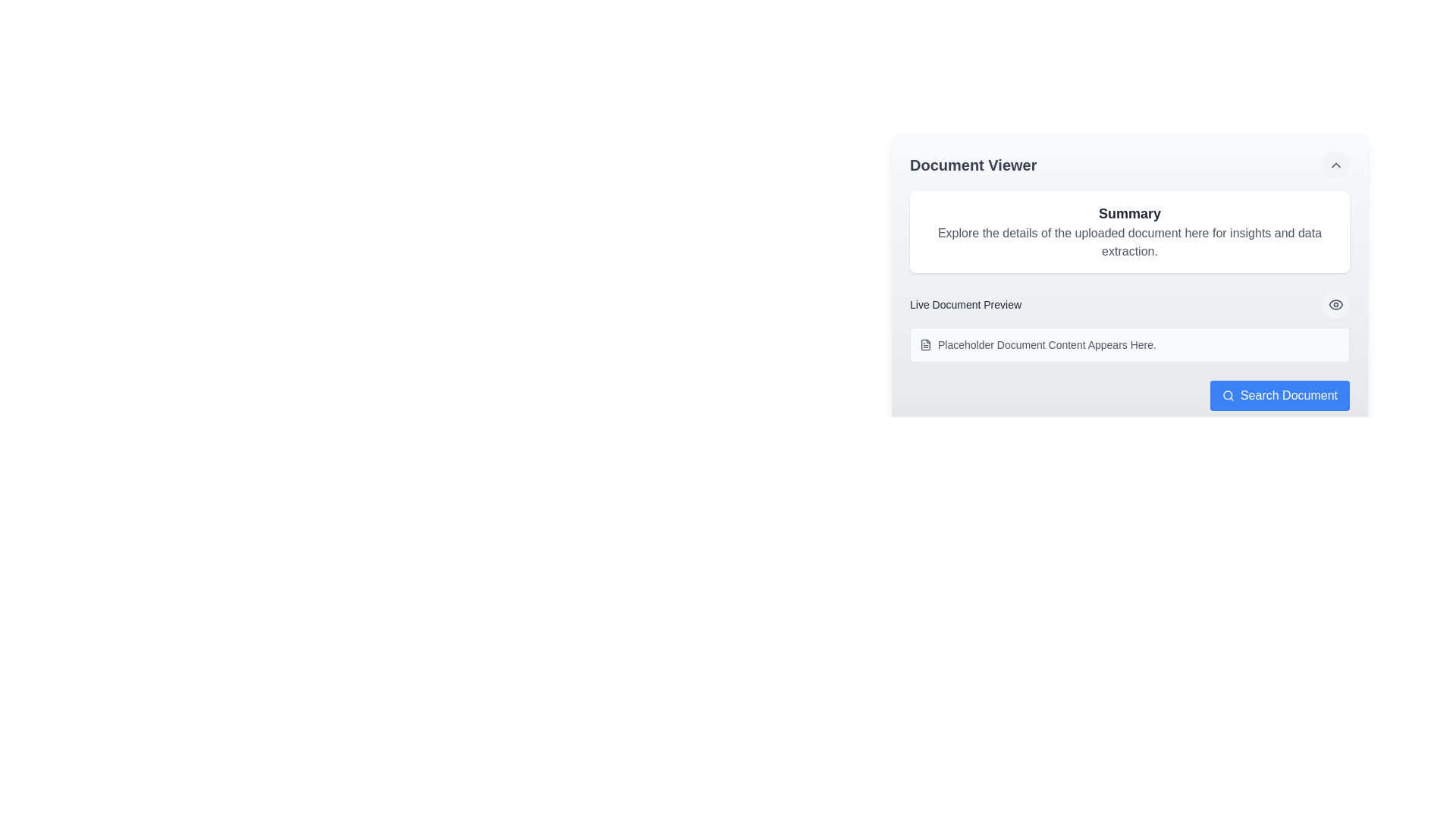 Image resolution: width=1456 pixels, height=819 pixels. What do you see at coordinates (924, 345) in the screenshot?
I see `the file/document icon located on the left side of the text 'Placeholder Document Content Appears Here' within the 'Live Document Preview' section of the 'Document Viewer' interface panel` at bounding box center [924, 345].